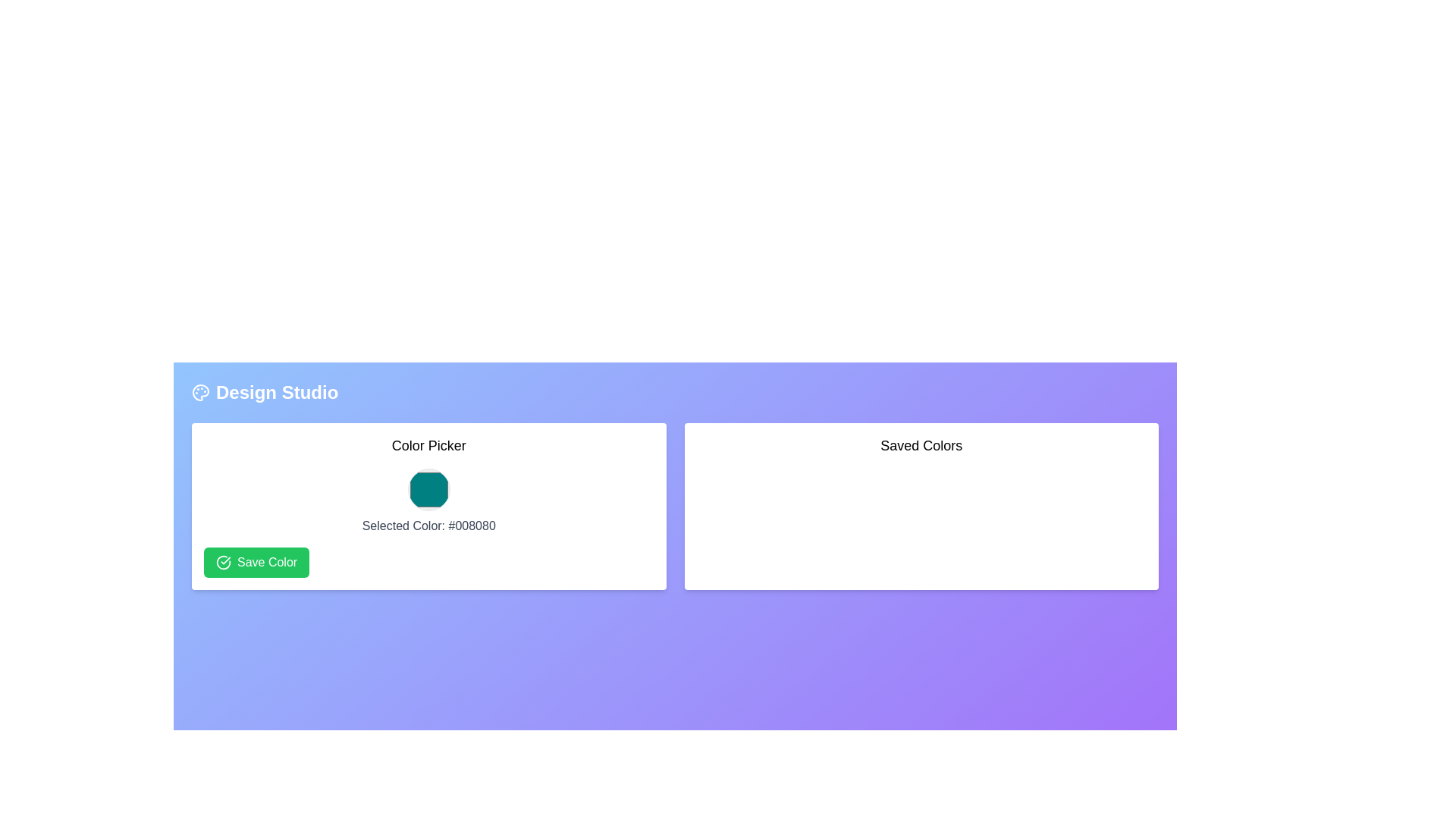  I want to click on the text label displaying 'Selected Color: #008080', which is styled in gray and located beneath the central circular color preview in the 'Color Picker' section, so click(428, 526).